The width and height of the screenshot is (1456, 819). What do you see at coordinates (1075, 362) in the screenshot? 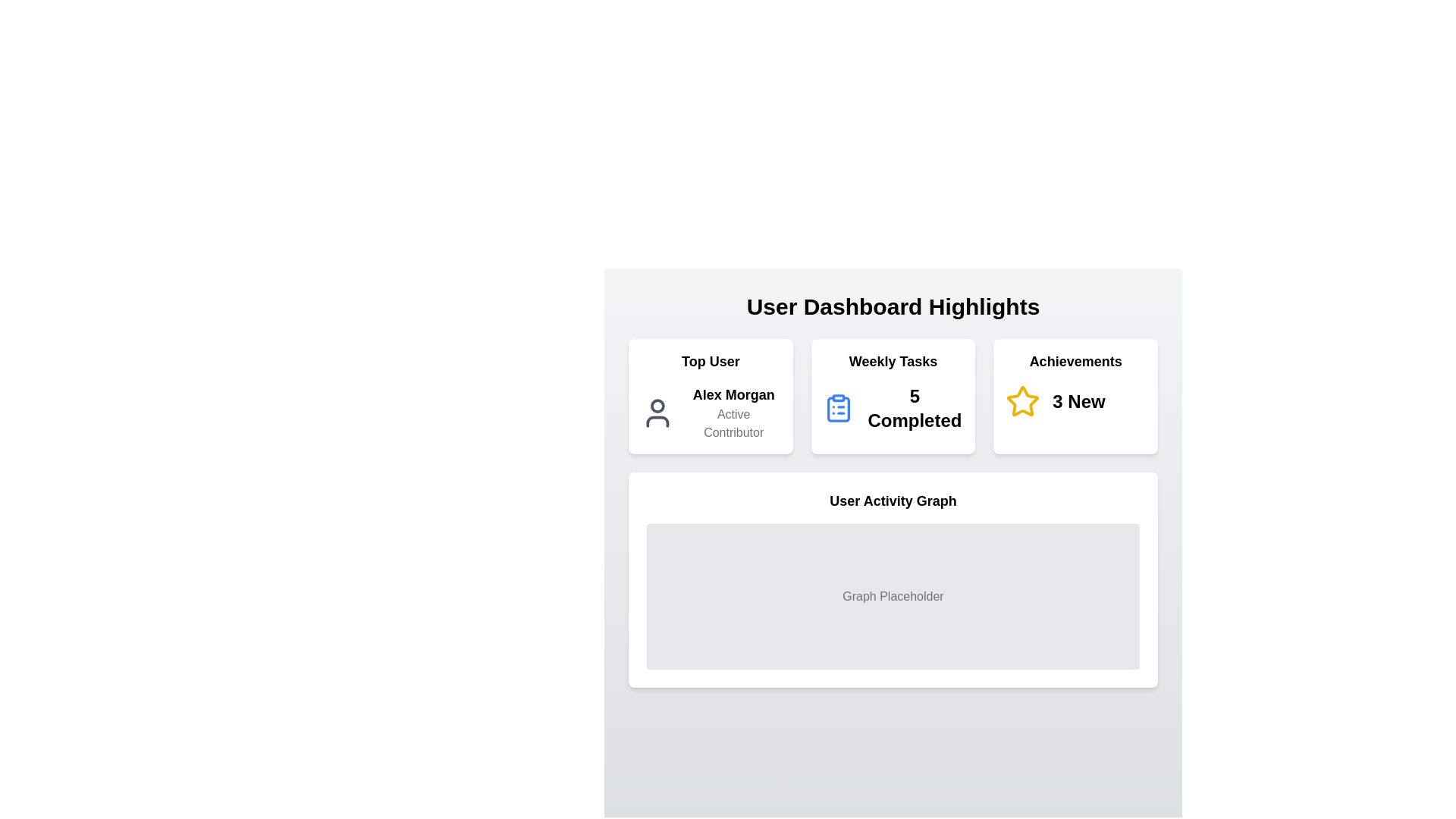
I see `the text label displaying 'Achievements', which is styled in bold and larger font, located at the top of a white card in the 'User Dashboard Highlights' section` at bounding box center [1075, 362].